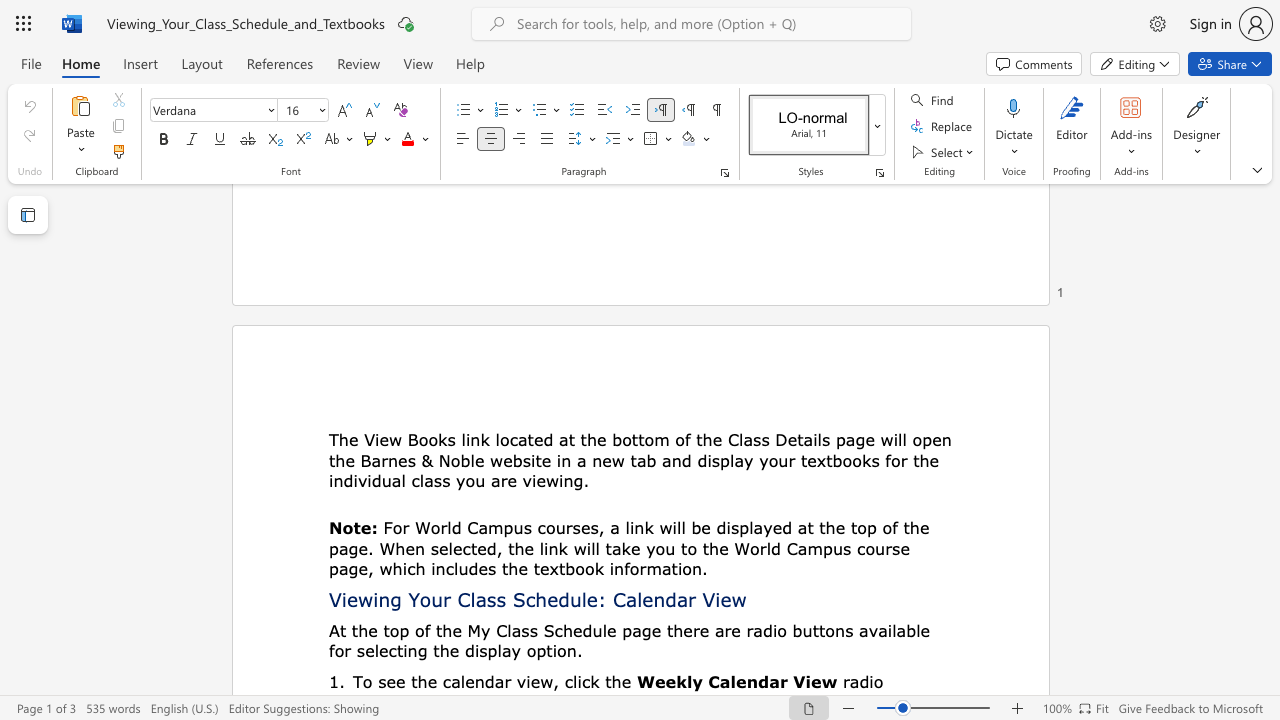  What do you see at coordinates (473, 680) in the screenshot?
I see `the subset text "ndar view, click th" within the text "To see the calendar view, click the"` at bounding box center [473, 680].